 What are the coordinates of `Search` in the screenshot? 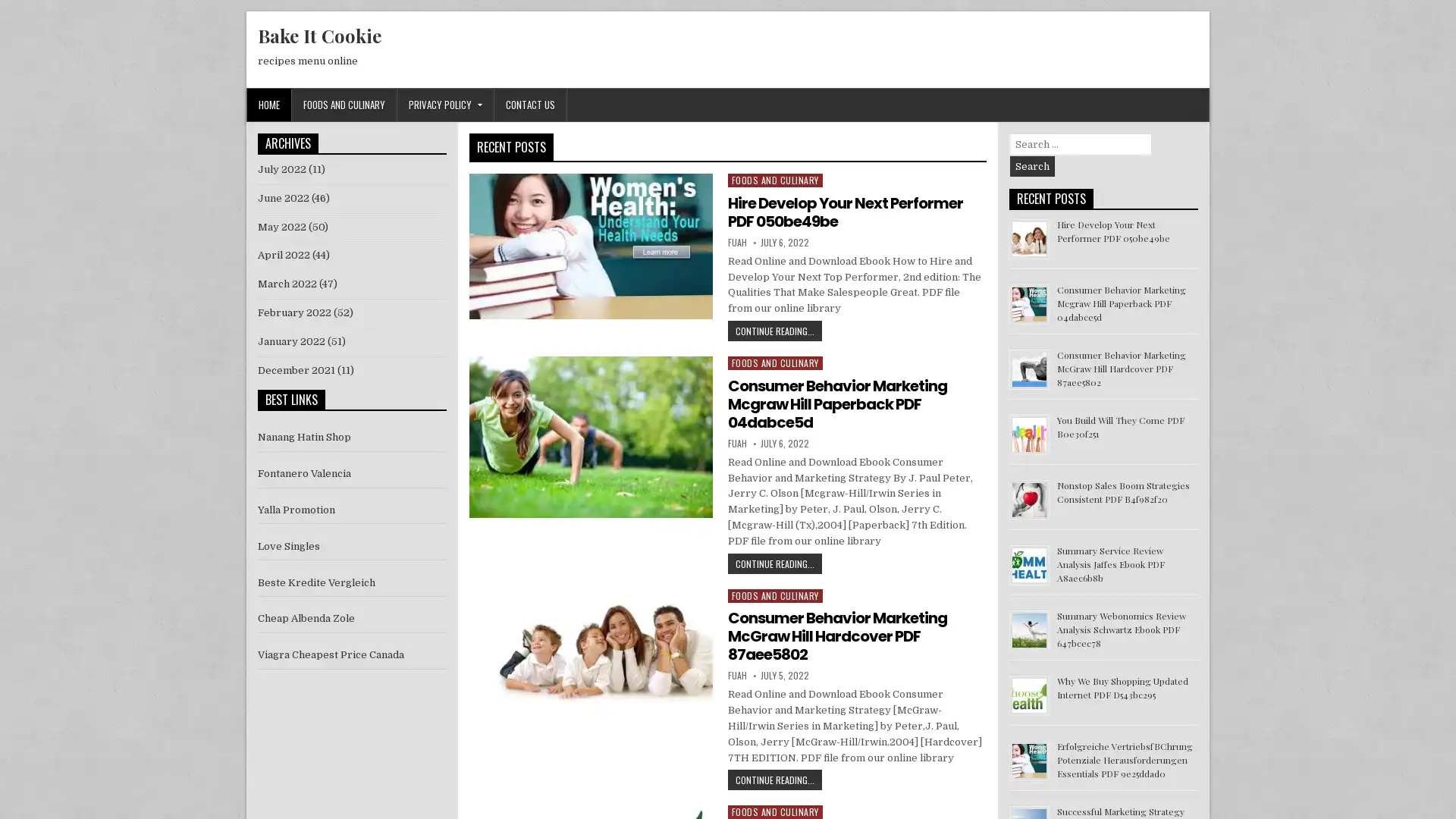 It's located at (1031, 166).